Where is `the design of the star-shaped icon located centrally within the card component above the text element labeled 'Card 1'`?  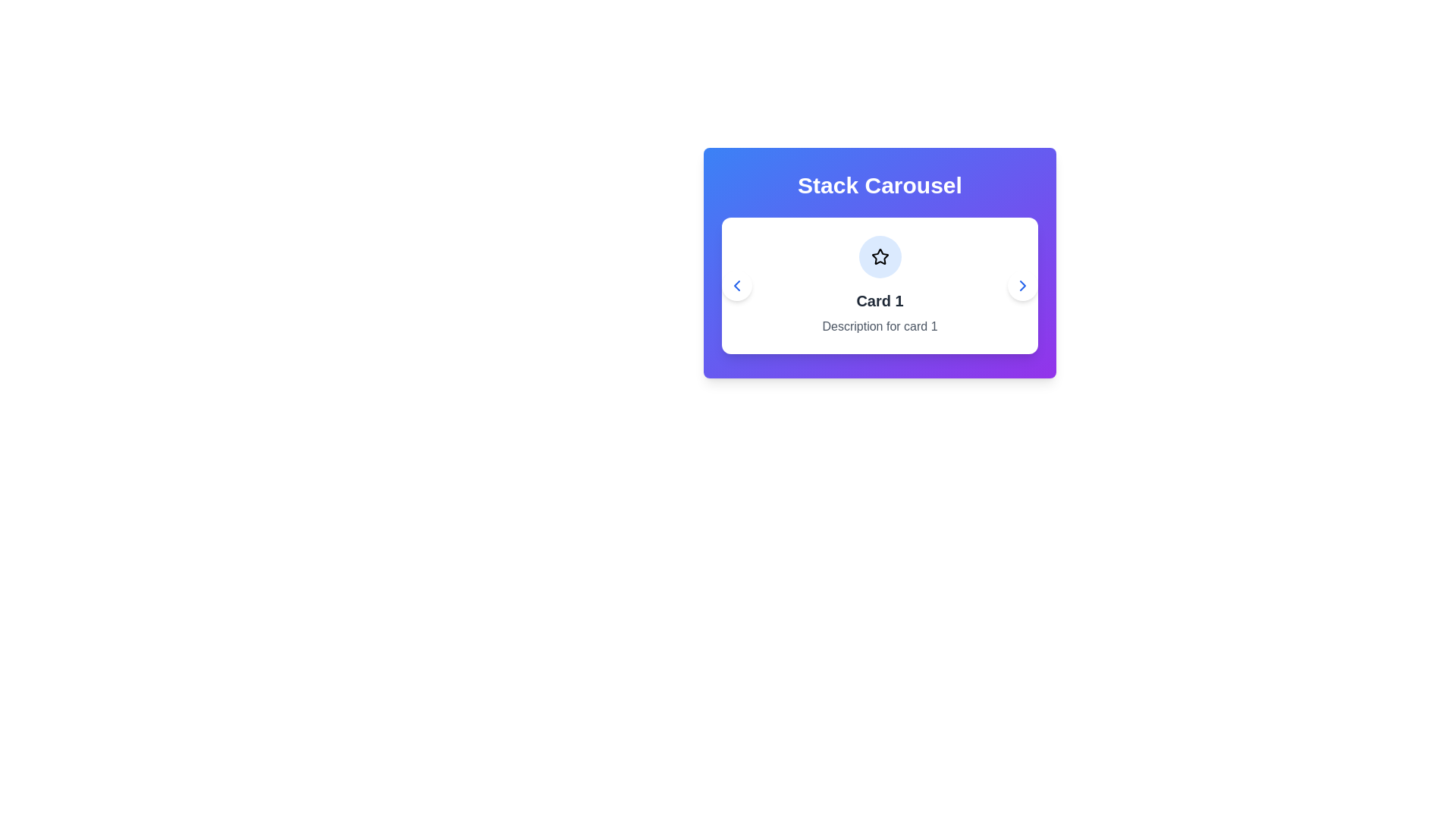
the design of the star-shaped icon located centrally within the card component above the text element labeled 'Card 1' is located at coordinates (880, 256).